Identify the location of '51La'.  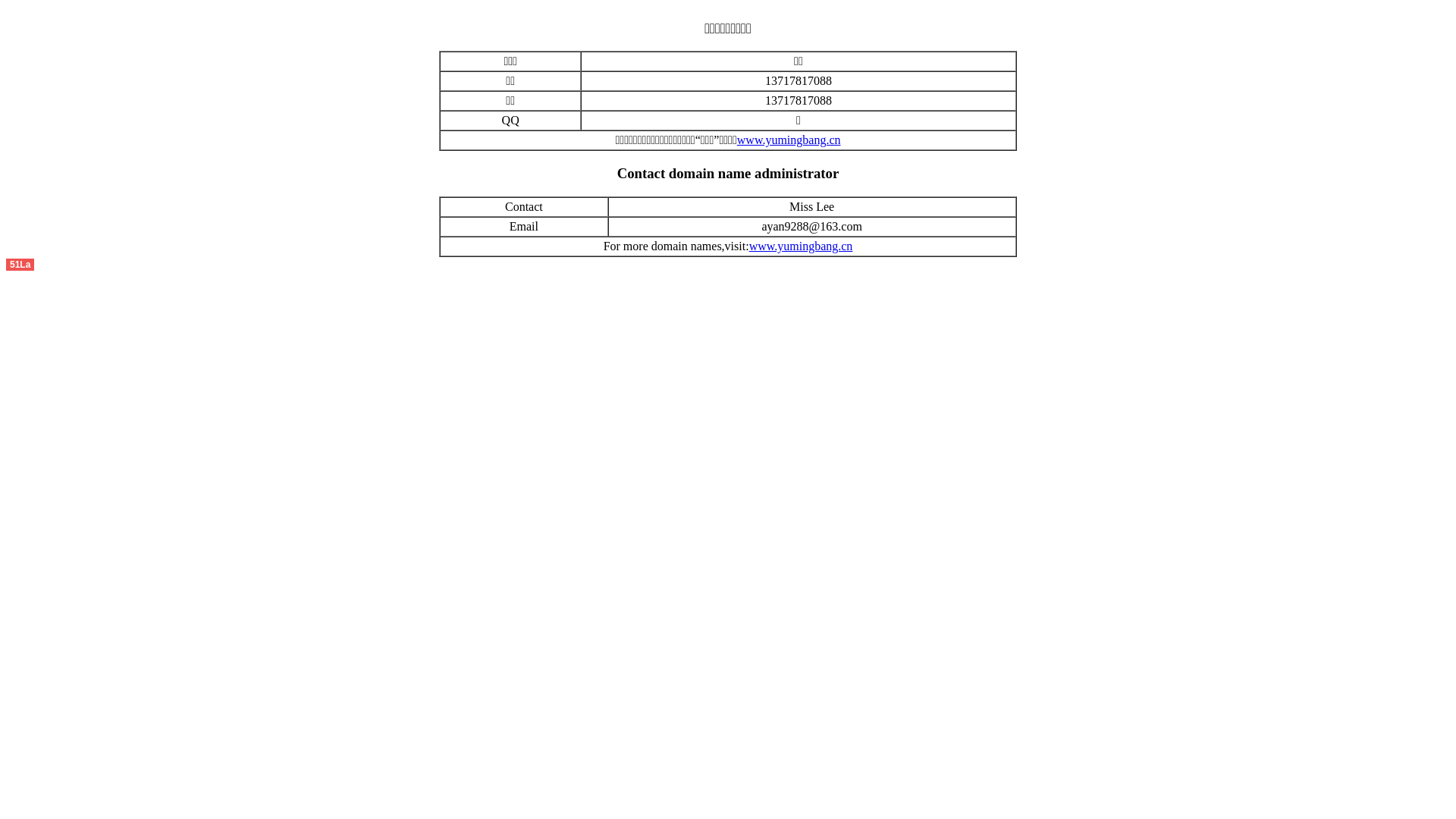
(20, 262).